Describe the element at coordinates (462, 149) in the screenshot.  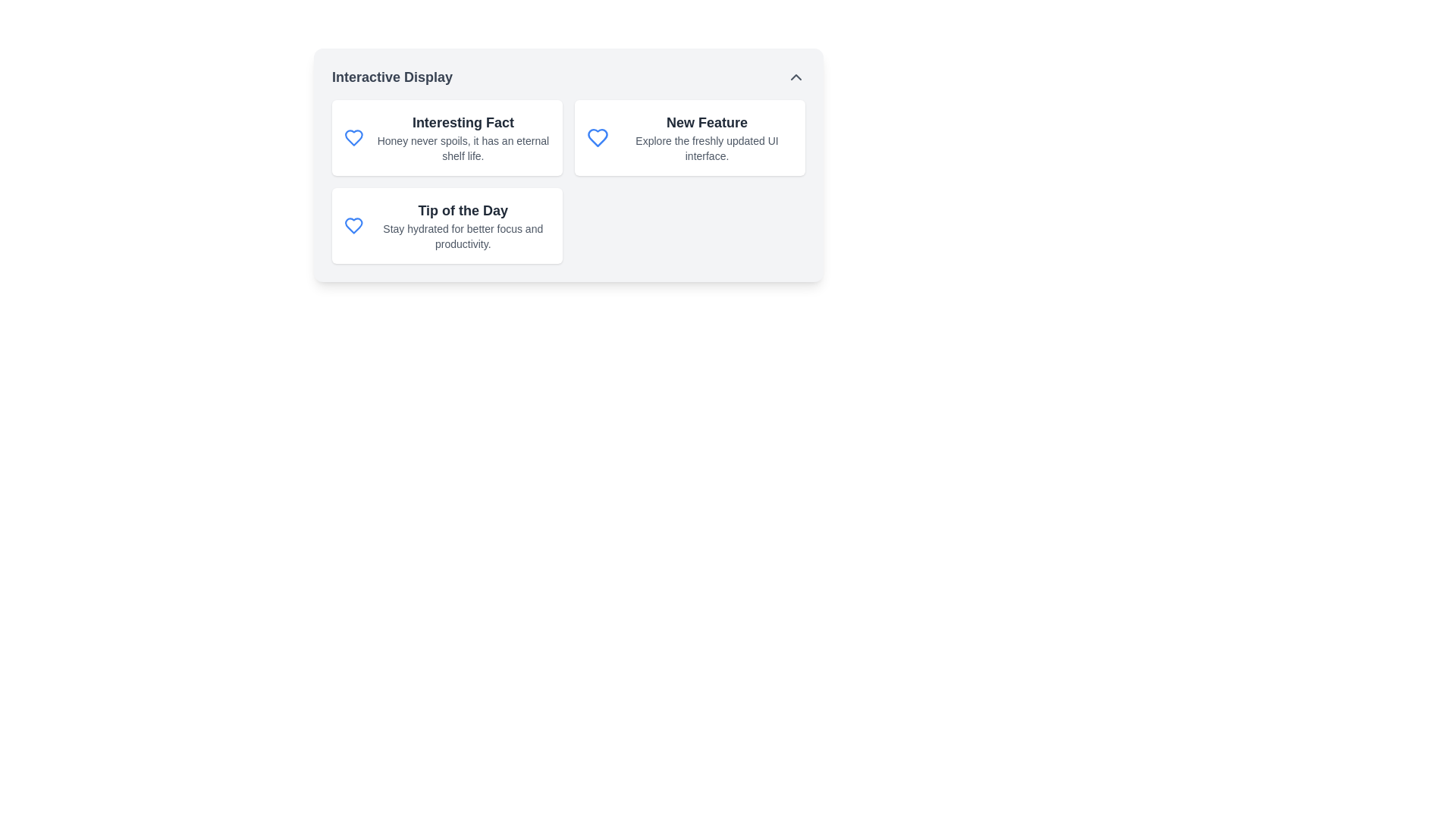
I see `the informational text label located within the 'Interesting Fact' card, which is the second line of content directly below the bolded title` at that location.